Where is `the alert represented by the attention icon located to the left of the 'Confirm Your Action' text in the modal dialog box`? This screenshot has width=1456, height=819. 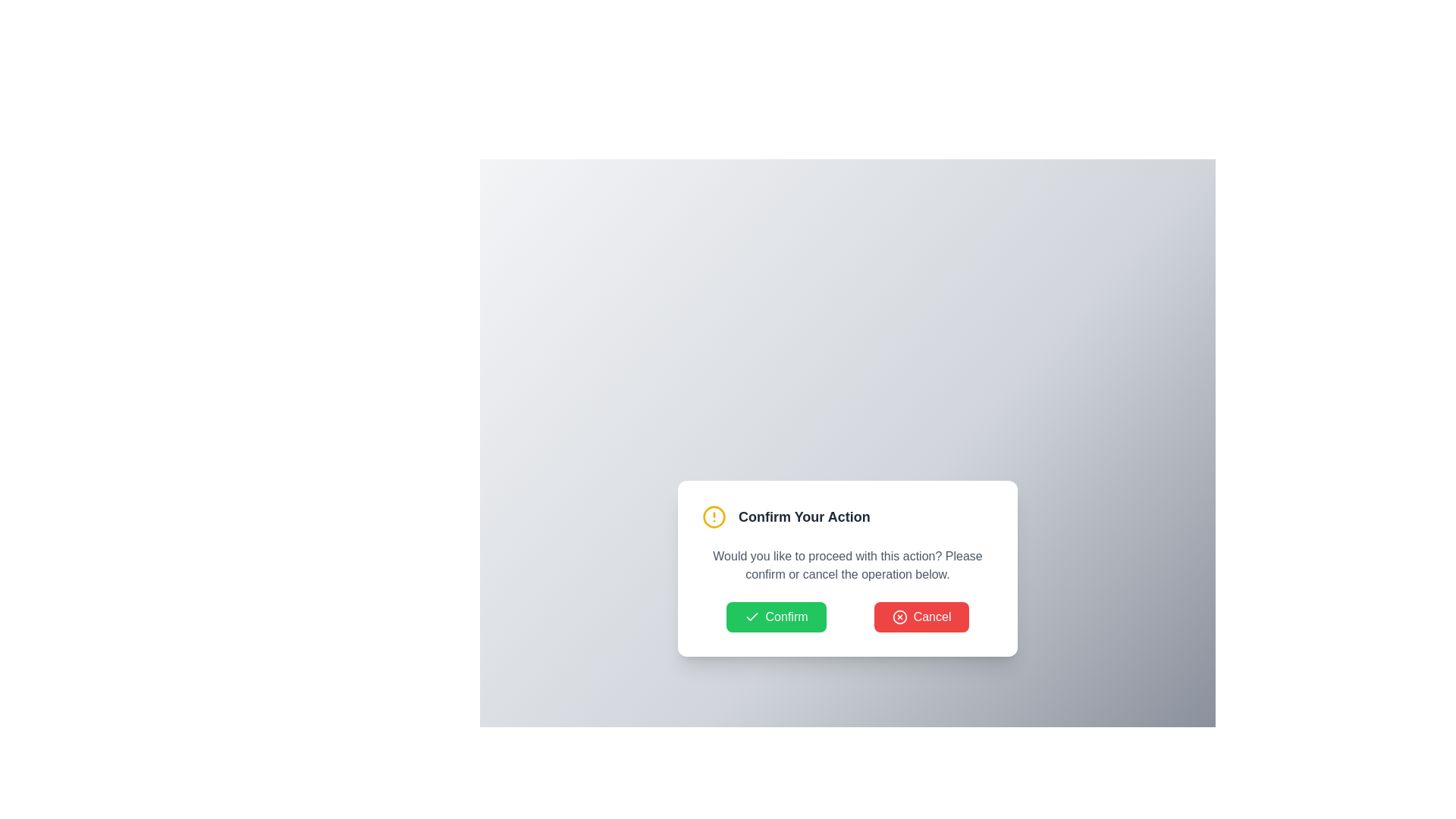
the alert represented by the attention icon located to the left of the 'Confirm Your Action' text in the modal dialog box is located at coordinates (713, 516).